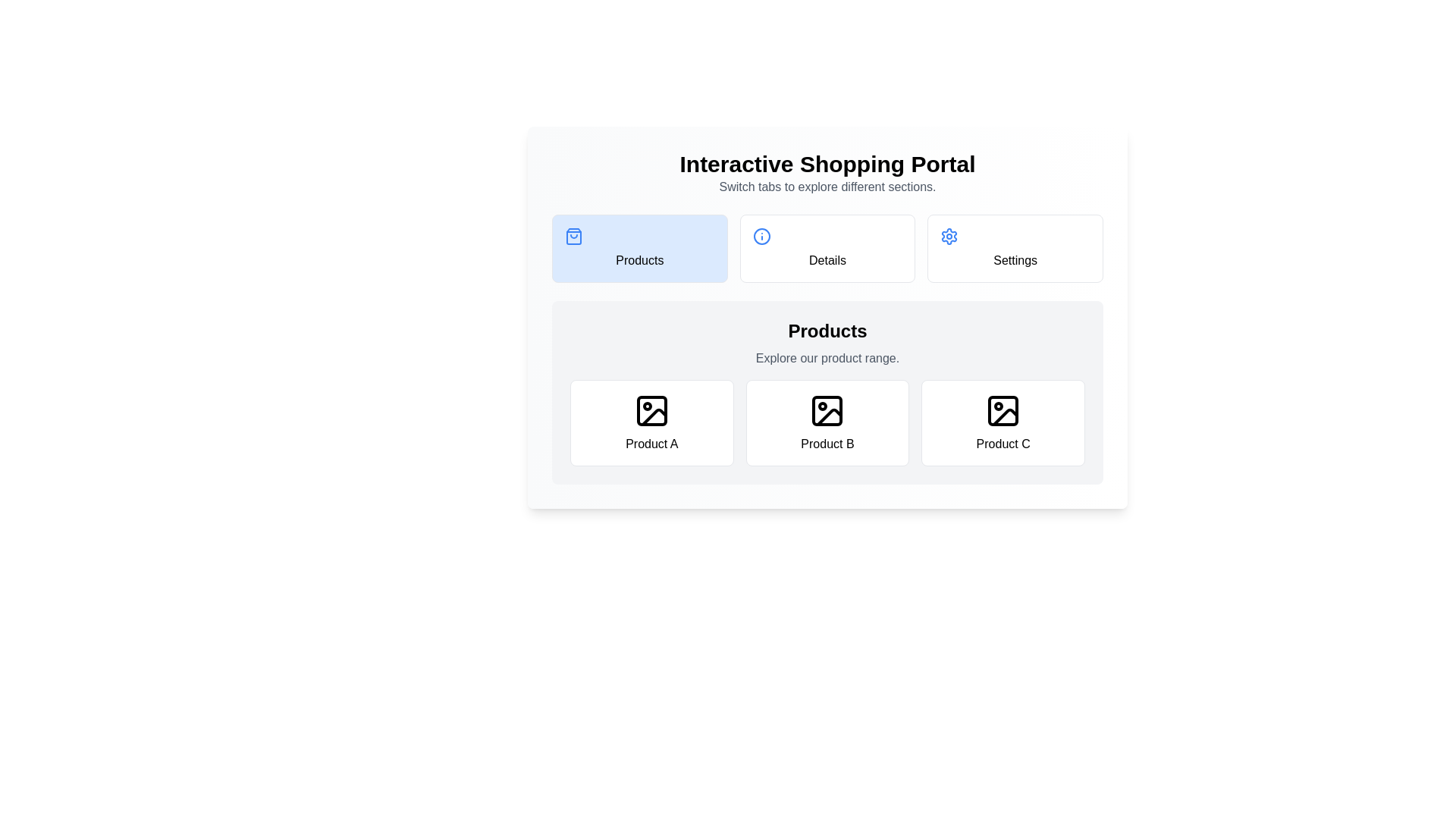  I want to click on the interactive element Product B, so click(827, 423).